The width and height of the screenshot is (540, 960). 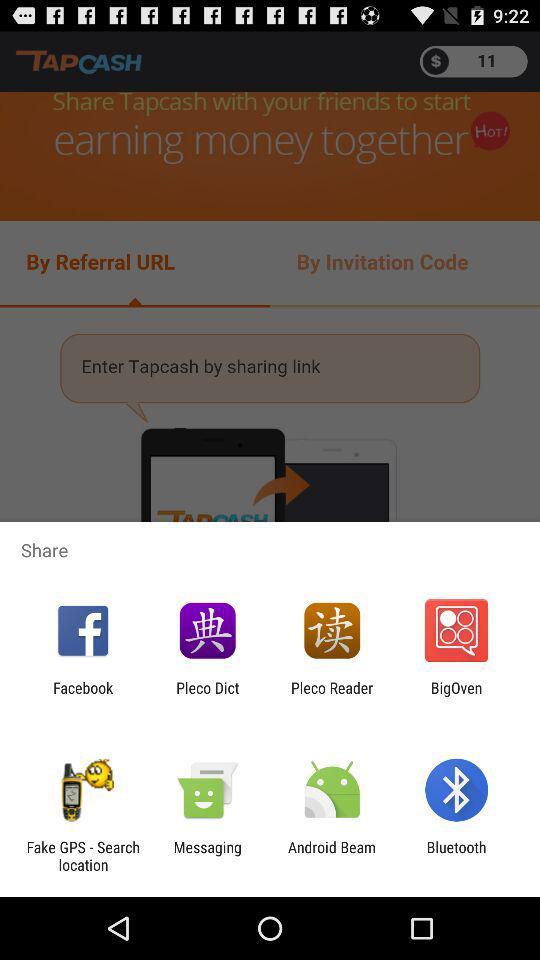 What do you see at coordinates (206, 696) in the screenshot?
I see `the icon next to pleco reader icon` at bounding box center [206, 696].